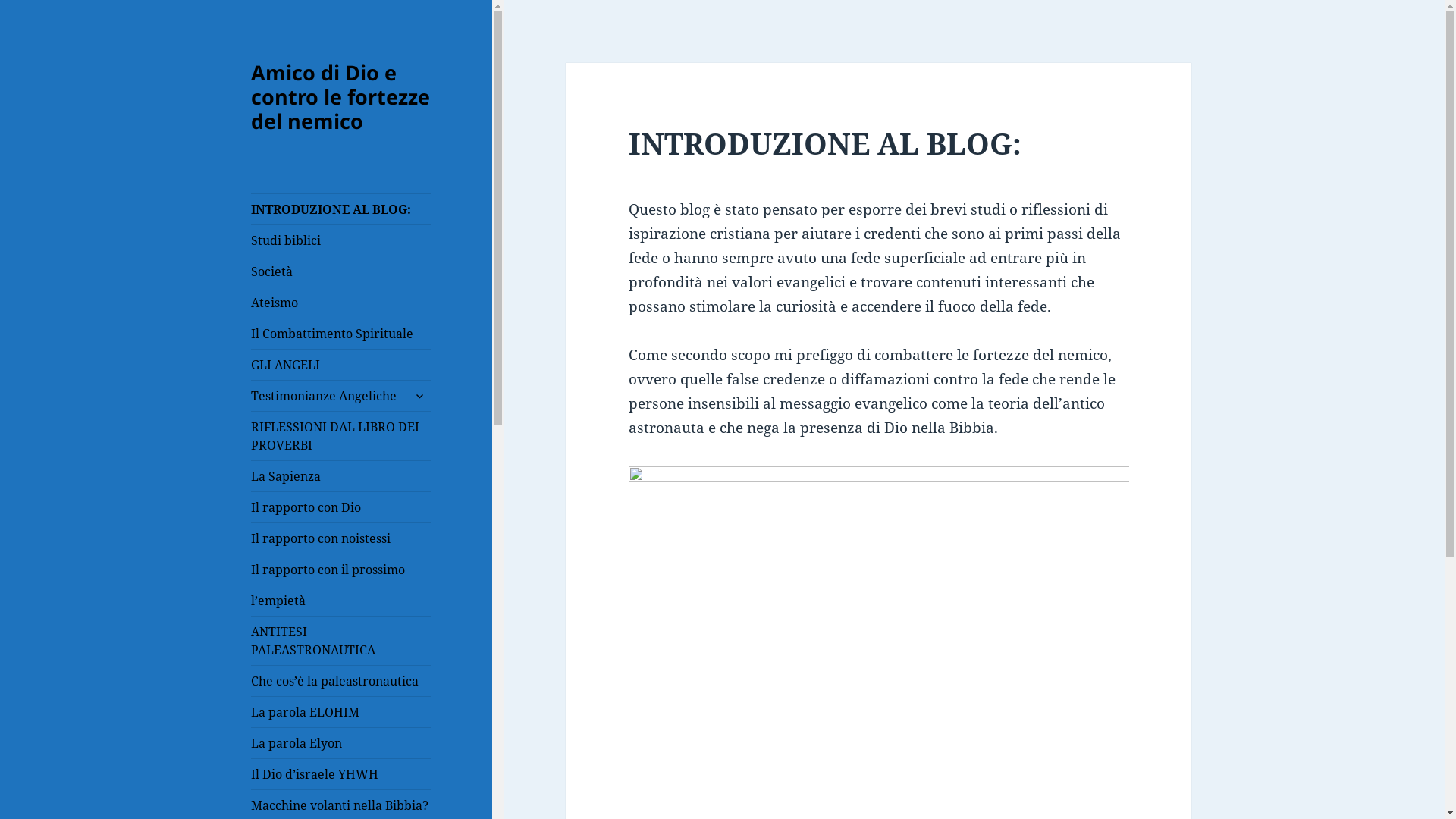 This screenshot has height=819, width=1456. What do you see at coordinates (340, 394) in the screenshot?
I see `'Testimonianze Angeliche'` at bounding box center [340, 394].